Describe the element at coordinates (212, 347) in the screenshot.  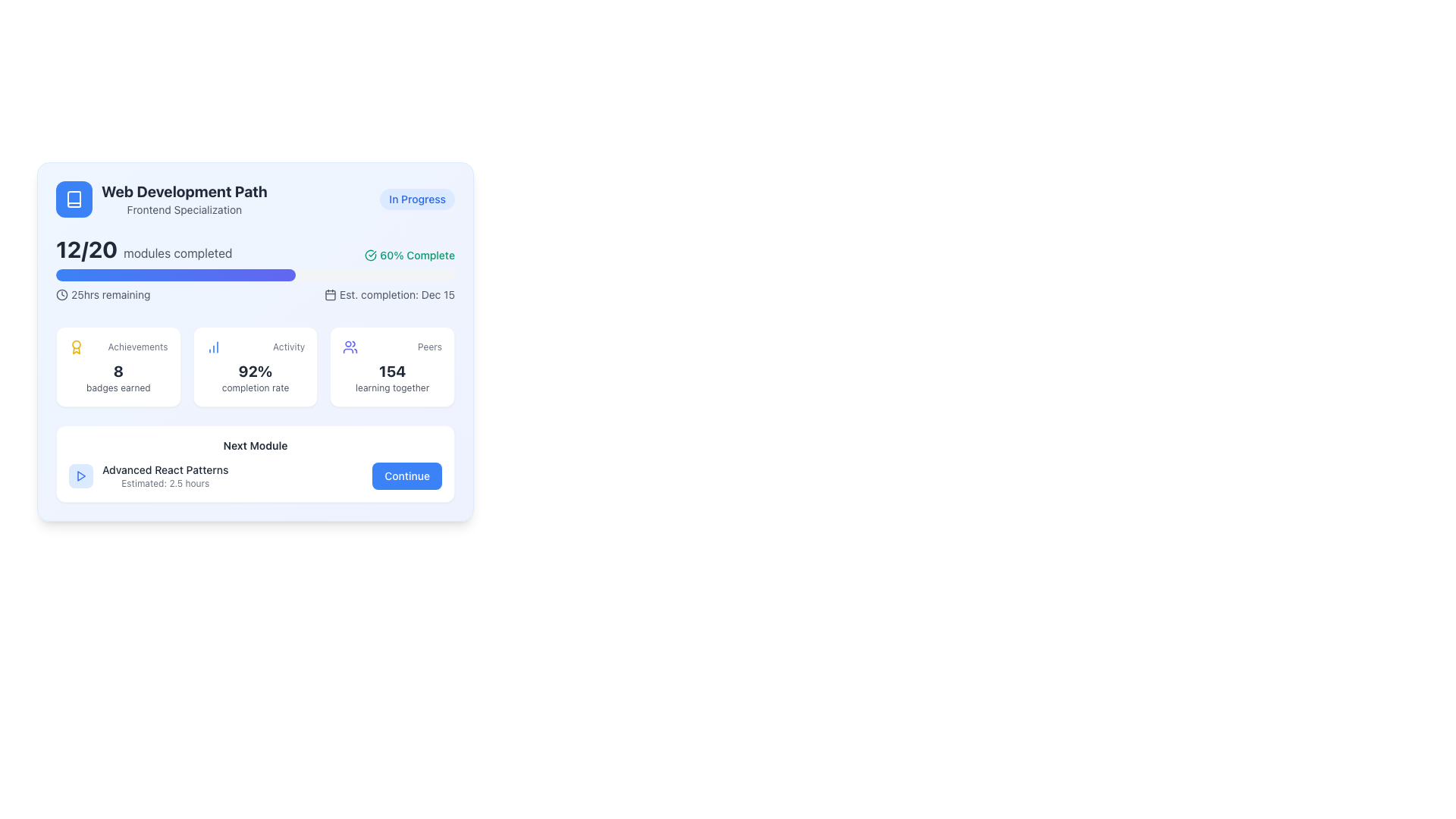
I see `the 'Activity' icon located in the middle of the row containing 'Achievements', 'Activity', and 'Peers', which is situated in the lower middle of the main card` at that location.